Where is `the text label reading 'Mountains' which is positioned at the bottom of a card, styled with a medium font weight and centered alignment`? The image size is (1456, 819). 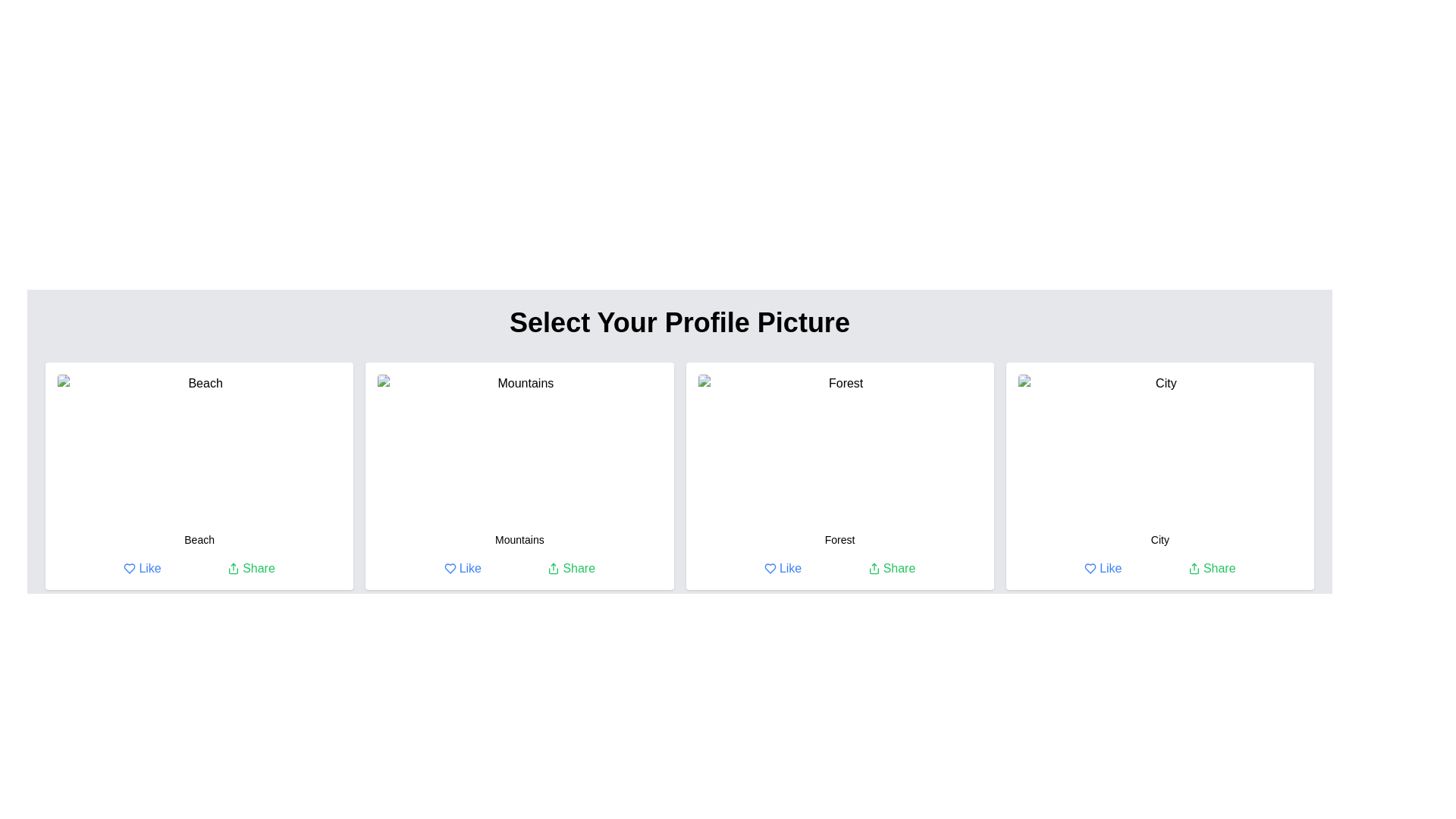
the text label reading 'Mountains' which is positioned at the bottom of a card, styled with a medium font weight and centered alignment is located at coordinates (519, 539).